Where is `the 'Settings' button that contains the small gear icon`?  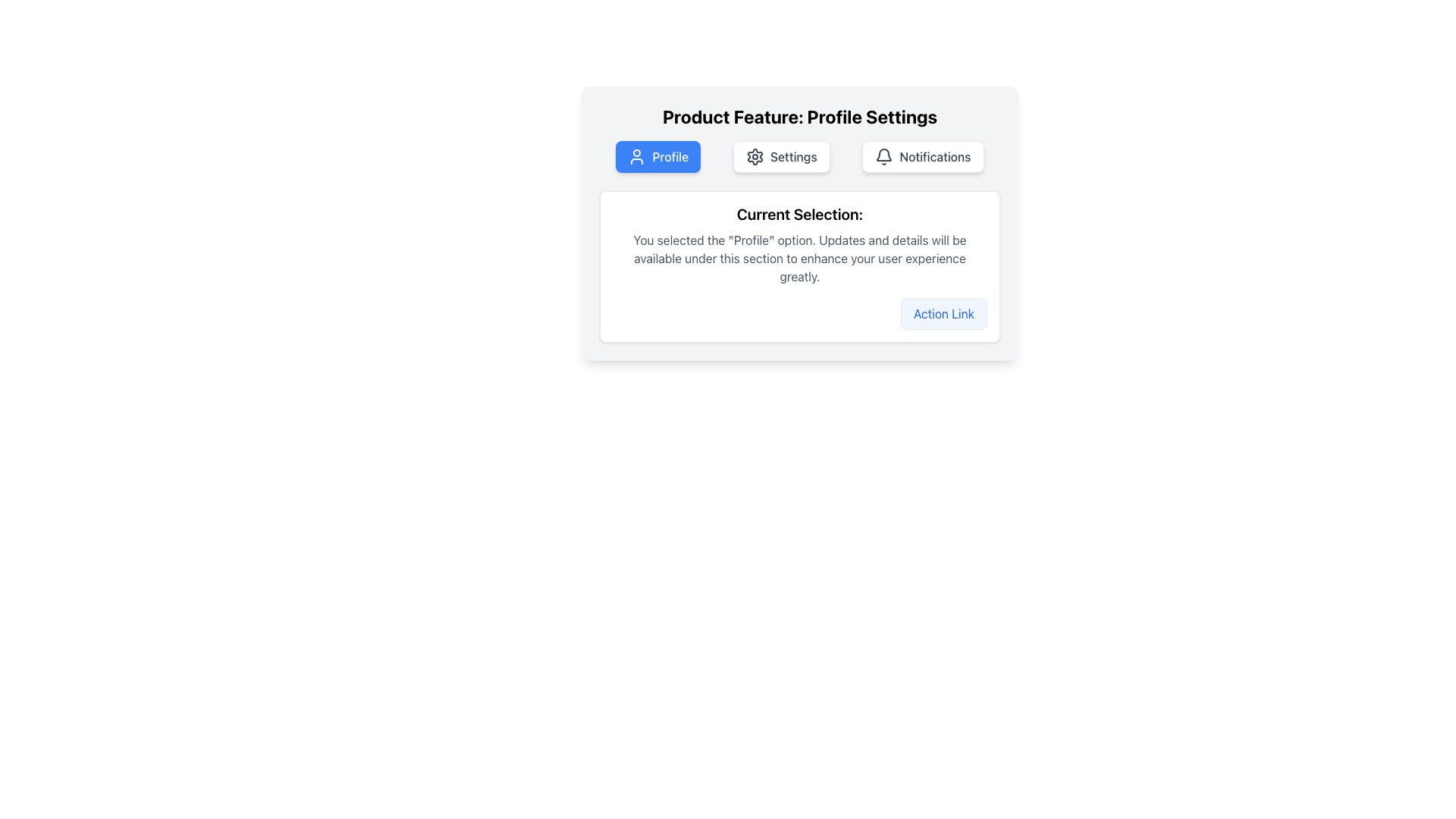 the 'Settings' button that contains the small gear icon is located at coordinates (755, 157).